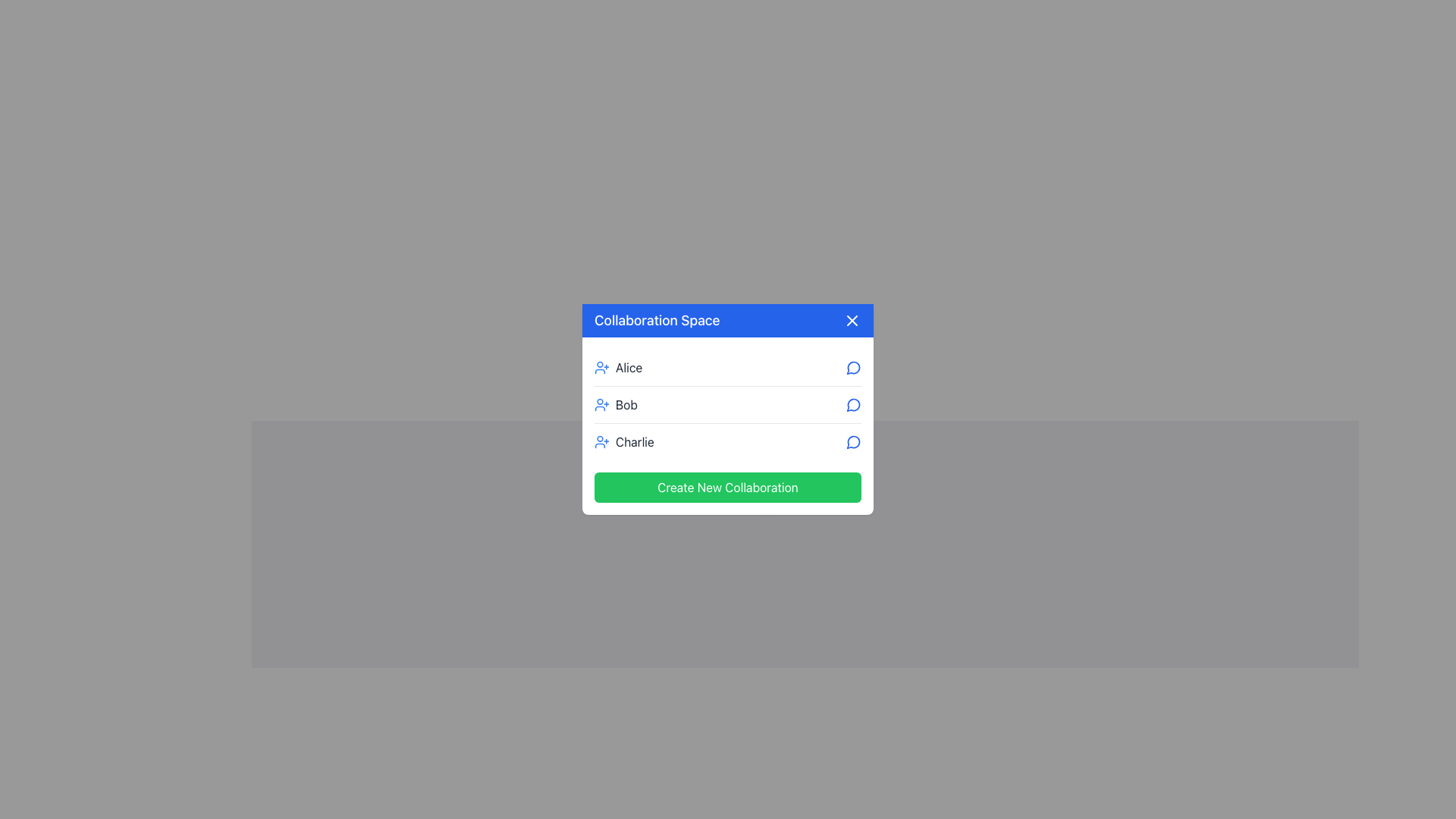 The image size is (1456, 819). Describe the element at coordinates (854, 403) in the screenshot. I see `the small circular chat icon with a blue outline located to the right of 'Bob' in the 'Collaboration Space' panel` at that location.